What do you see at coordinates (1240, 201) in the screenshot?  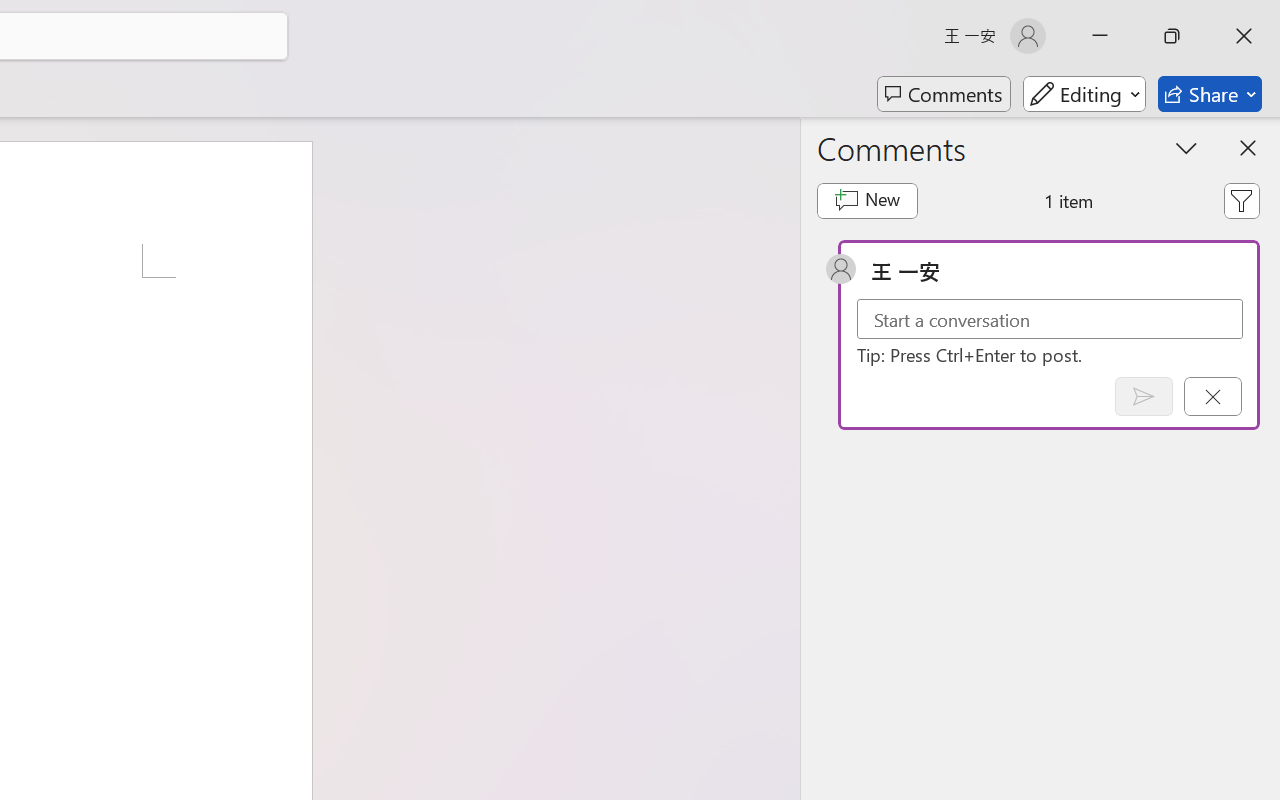 I see `'Filter'` at bounding box center [1240, 201].